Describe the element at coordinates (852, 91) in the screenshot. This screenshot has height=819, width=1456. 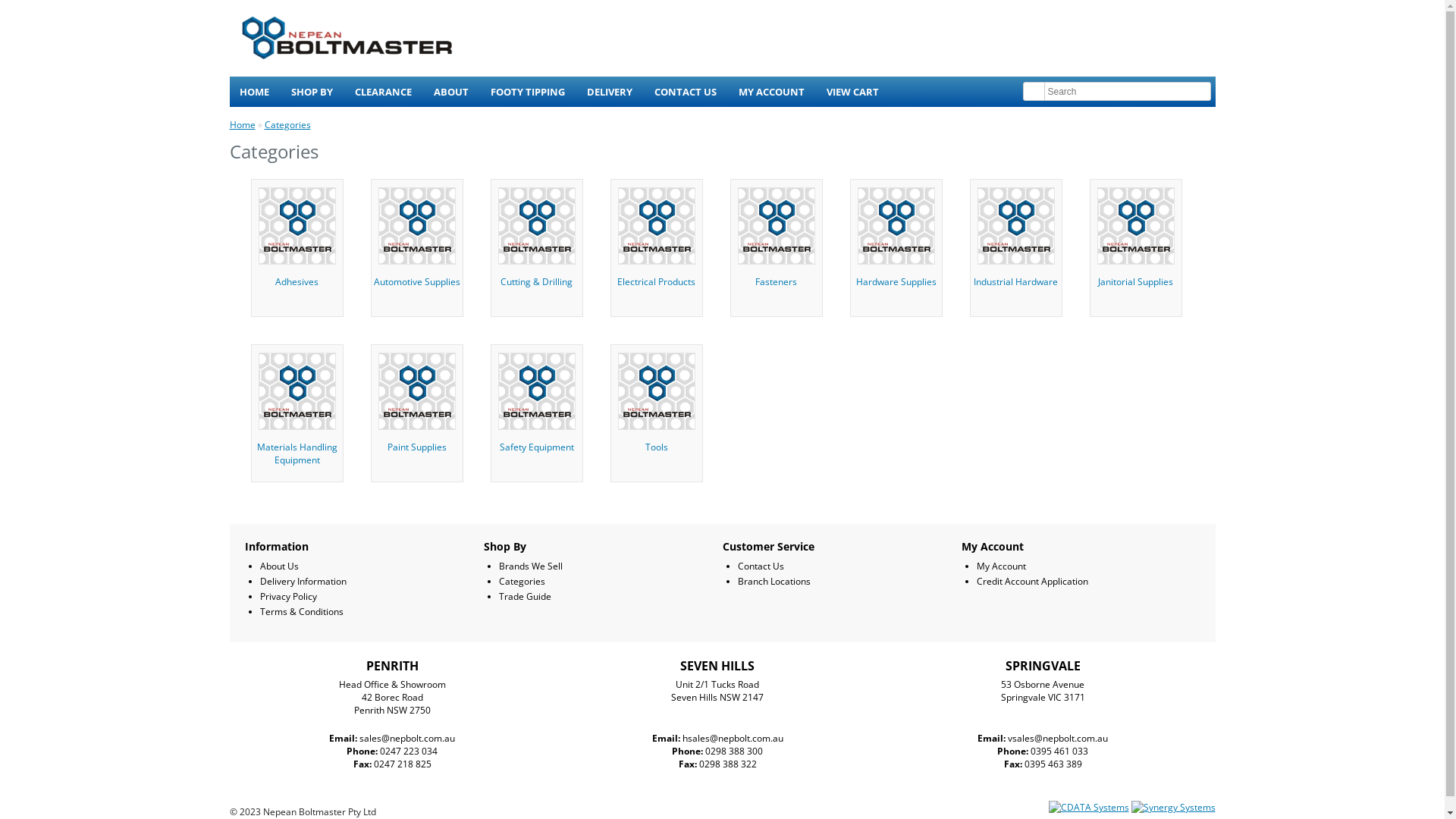
I see `'VIEW CART'` at that location.